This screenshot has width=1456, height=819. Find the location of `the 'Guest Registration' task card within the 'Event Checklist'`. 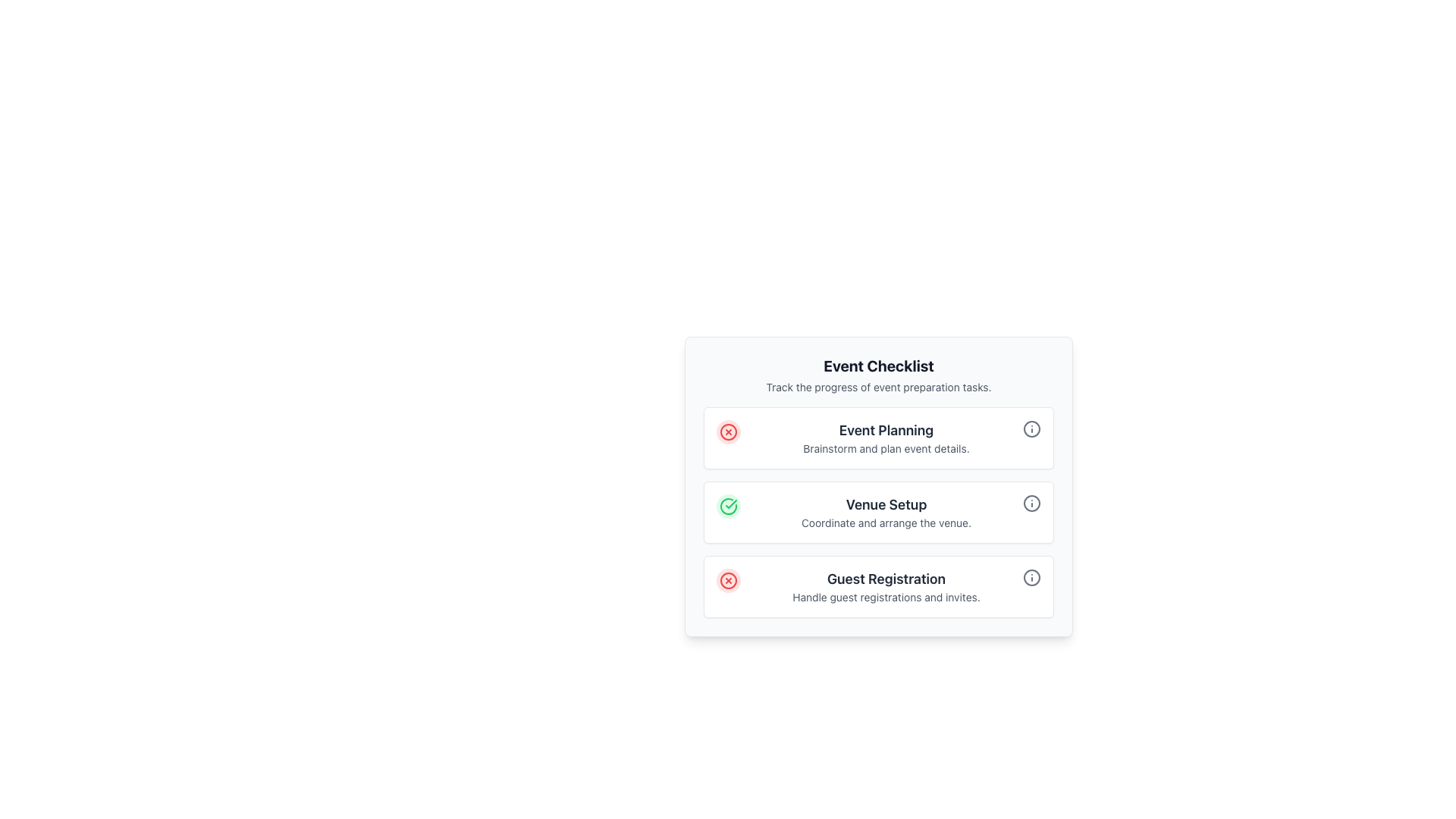

the 'Guest Registration' task card within the 'Event Checklist' is located at coordinates (878, 586).